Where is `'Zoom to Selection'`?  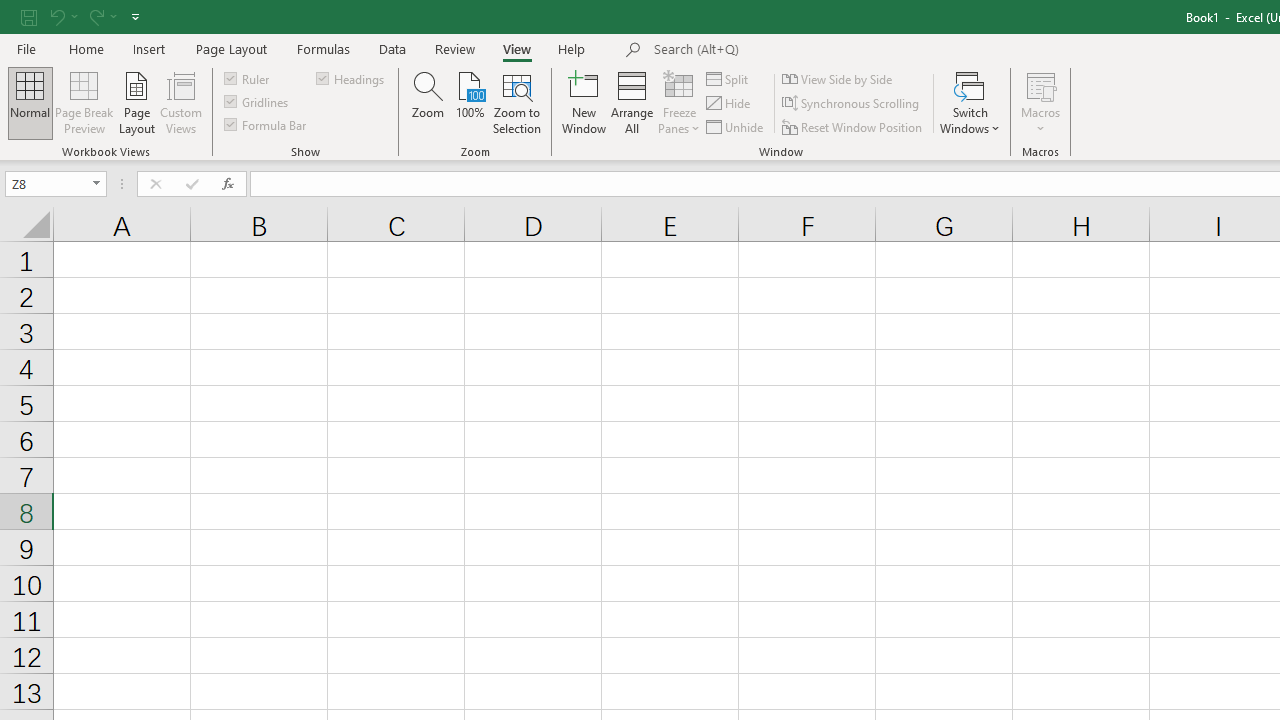 'Zoom to Selection' is located at coordinates (517, 103).